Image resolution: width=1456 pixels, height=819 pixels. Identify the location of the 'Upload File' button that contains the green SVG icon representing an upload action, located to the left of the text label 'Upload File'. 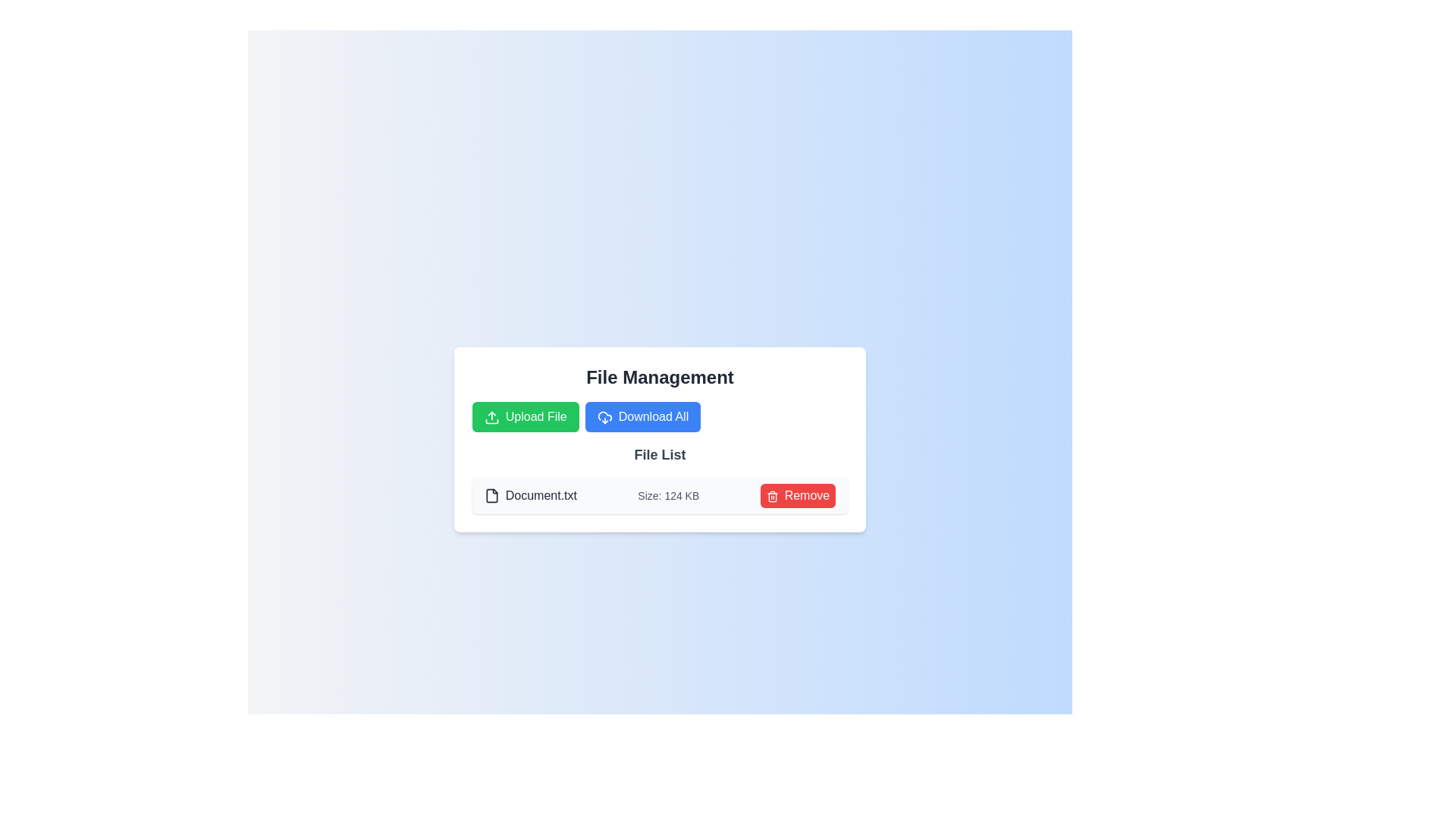
(491, 417).